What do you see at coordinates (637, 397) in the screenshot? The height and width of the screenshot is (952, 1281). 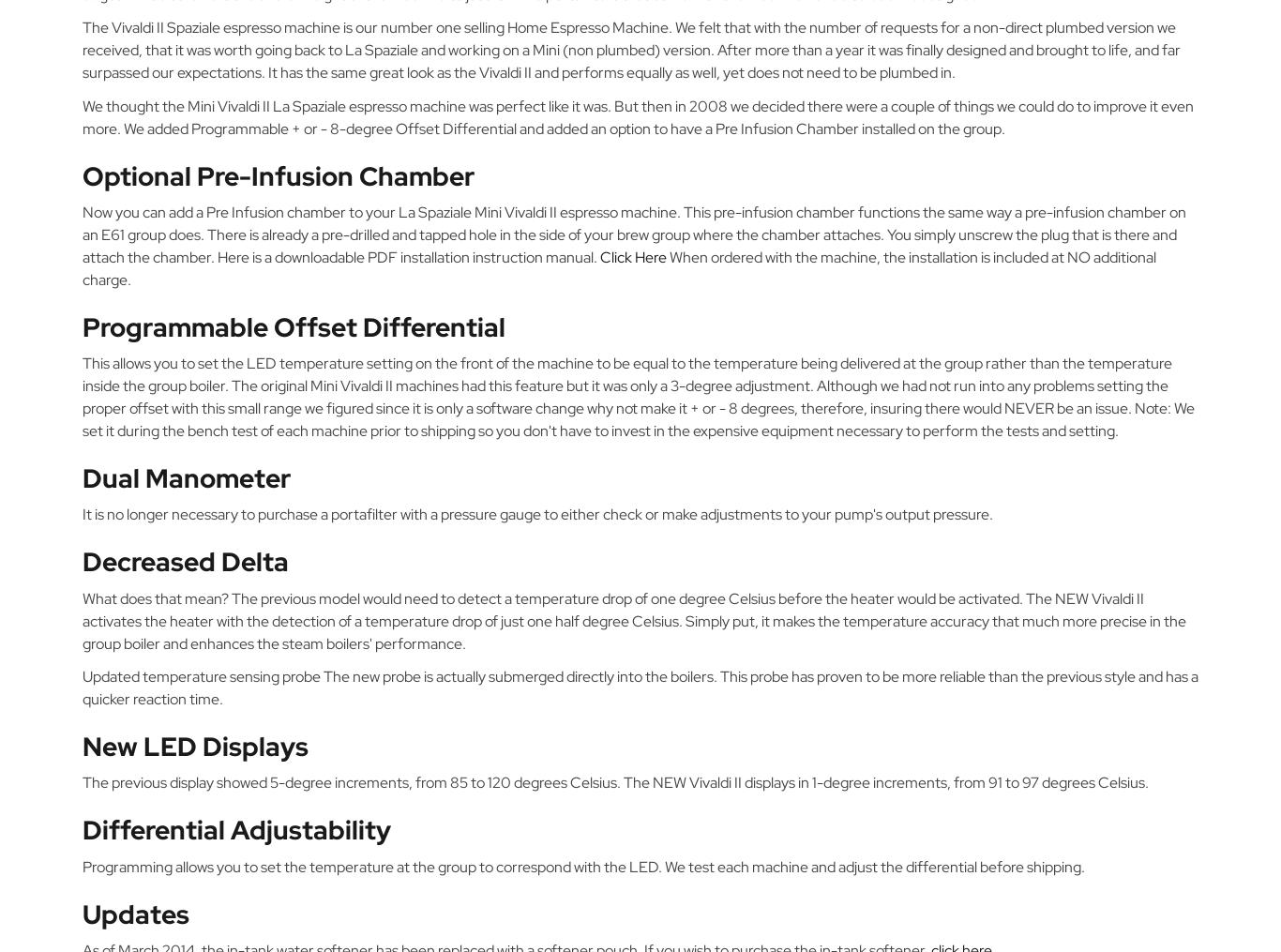 I see `'This allows you to set the LED temperature setting on the front of the machine to be equal to the temperature being delivered at the group rather than the temperature inside the group boiler. The original Mini Vivaldi II machines had this feature but it was only a 3-degree adjustment. Although we had not run into any problems setting the proper offset with this small range we figured since it is only a software change why not make it + or - 8 degrees, therefore, insuring there would NEVER be an issue. Note: We set it during the bench test of each machine prior to shipping so you don't have to invest in the expensive equipment necessary to perform the tests and setting.'` at bounding box center [637, 397].